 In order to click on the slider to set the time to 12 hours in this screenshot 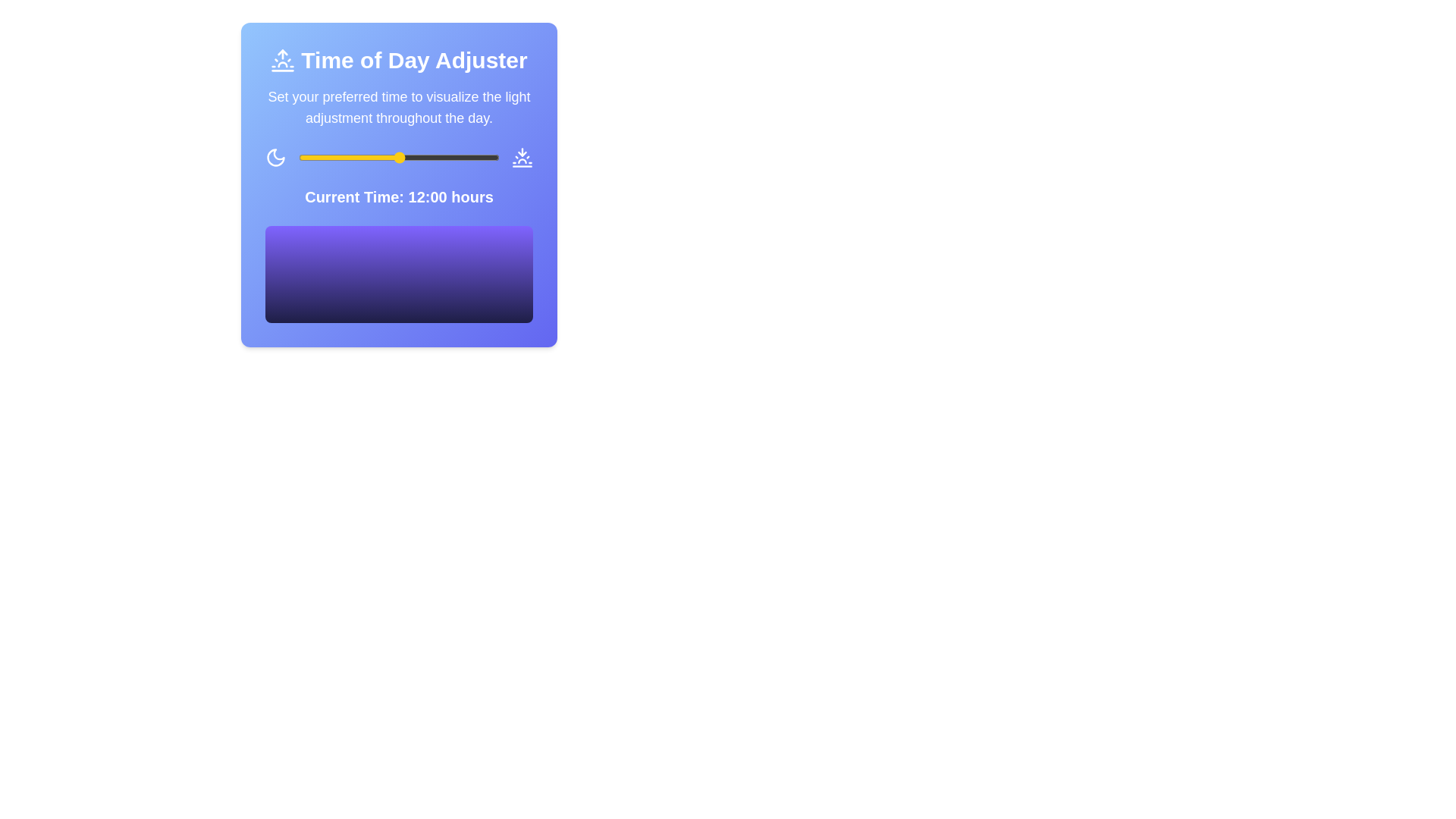, I will do `click(399, 158)`.